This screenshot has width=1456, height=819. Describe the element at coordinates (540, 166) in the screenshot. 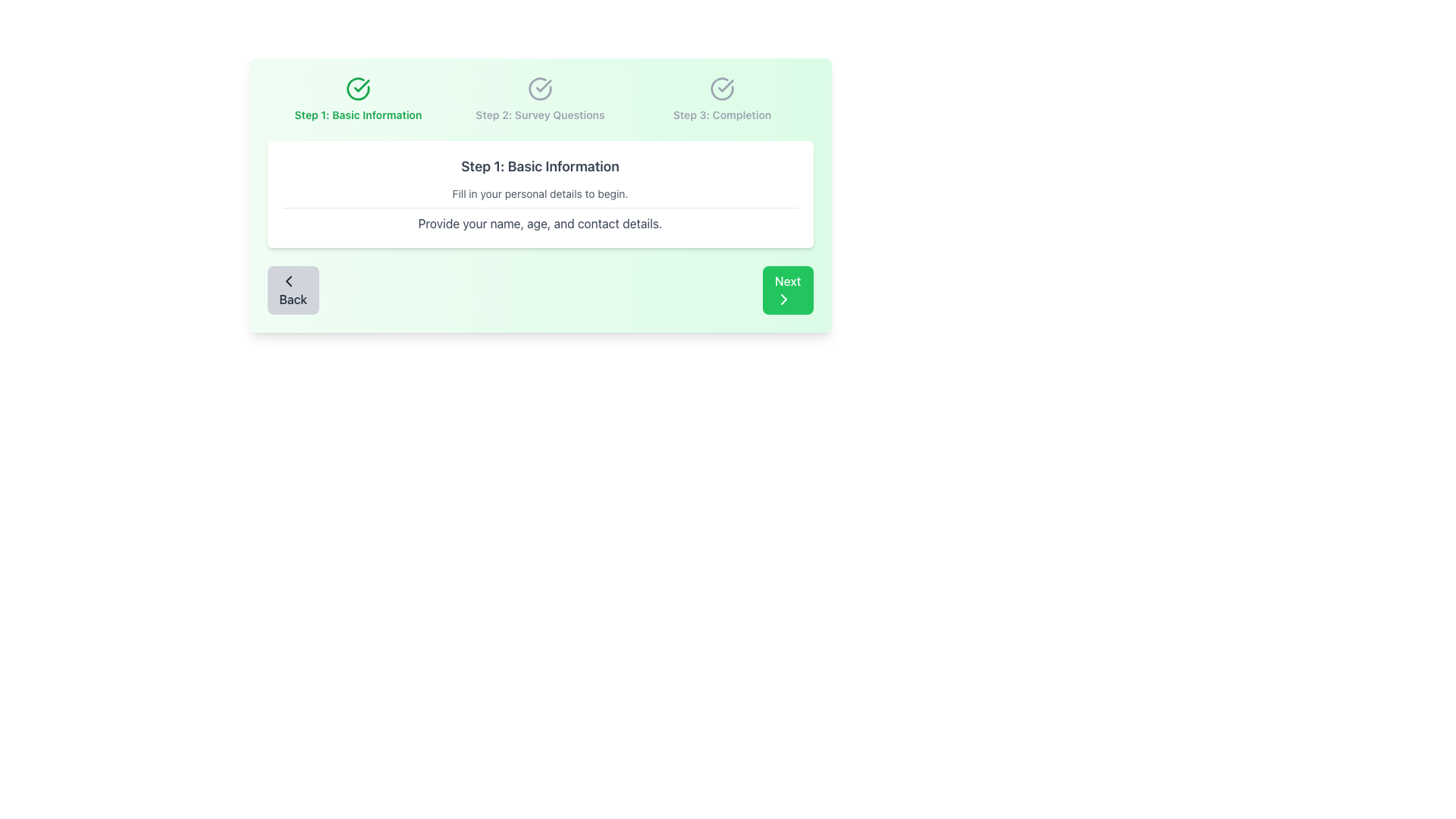

I see `the header text labeled 'Step 1: Basic Information', which is displayed in bold gray font and is positioned at the top of a white card-like section` at that location.